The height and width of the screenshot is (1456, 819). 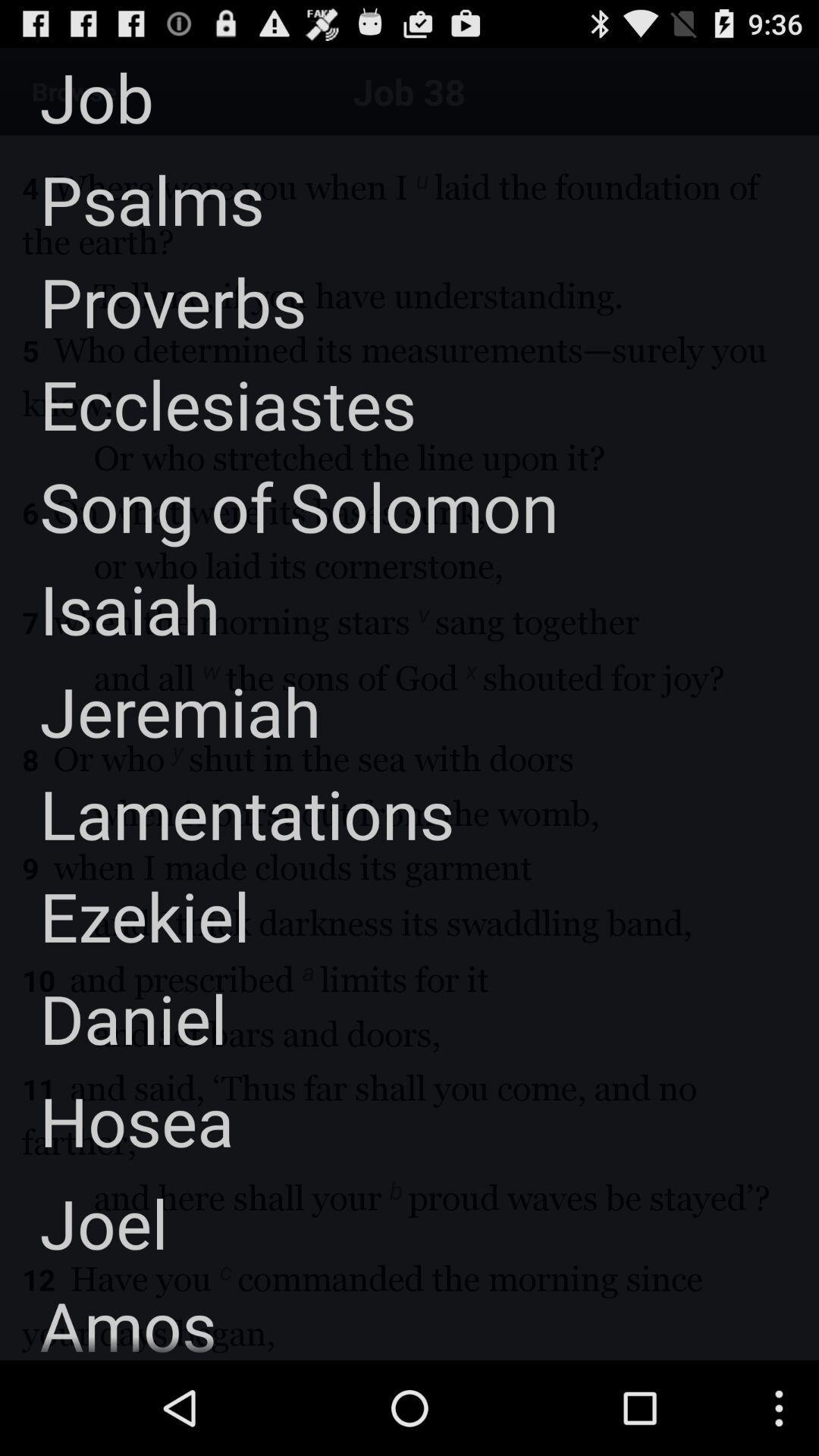 What do you see at coordinates (208, 403) in the screenshot?
I see `the ecclesiastes item` at bounding box center [208, 403].